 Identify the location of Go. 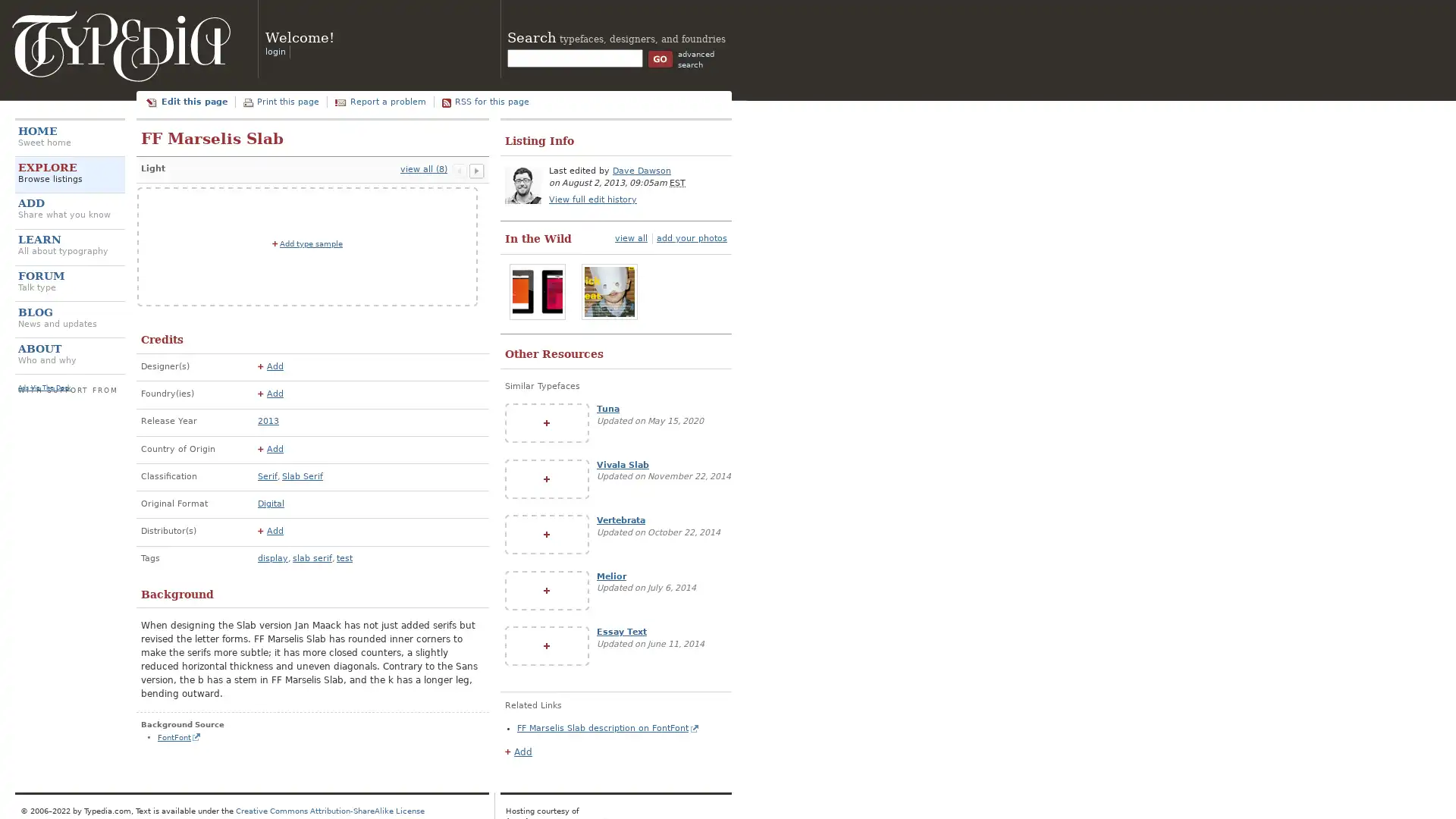
(660, 58).